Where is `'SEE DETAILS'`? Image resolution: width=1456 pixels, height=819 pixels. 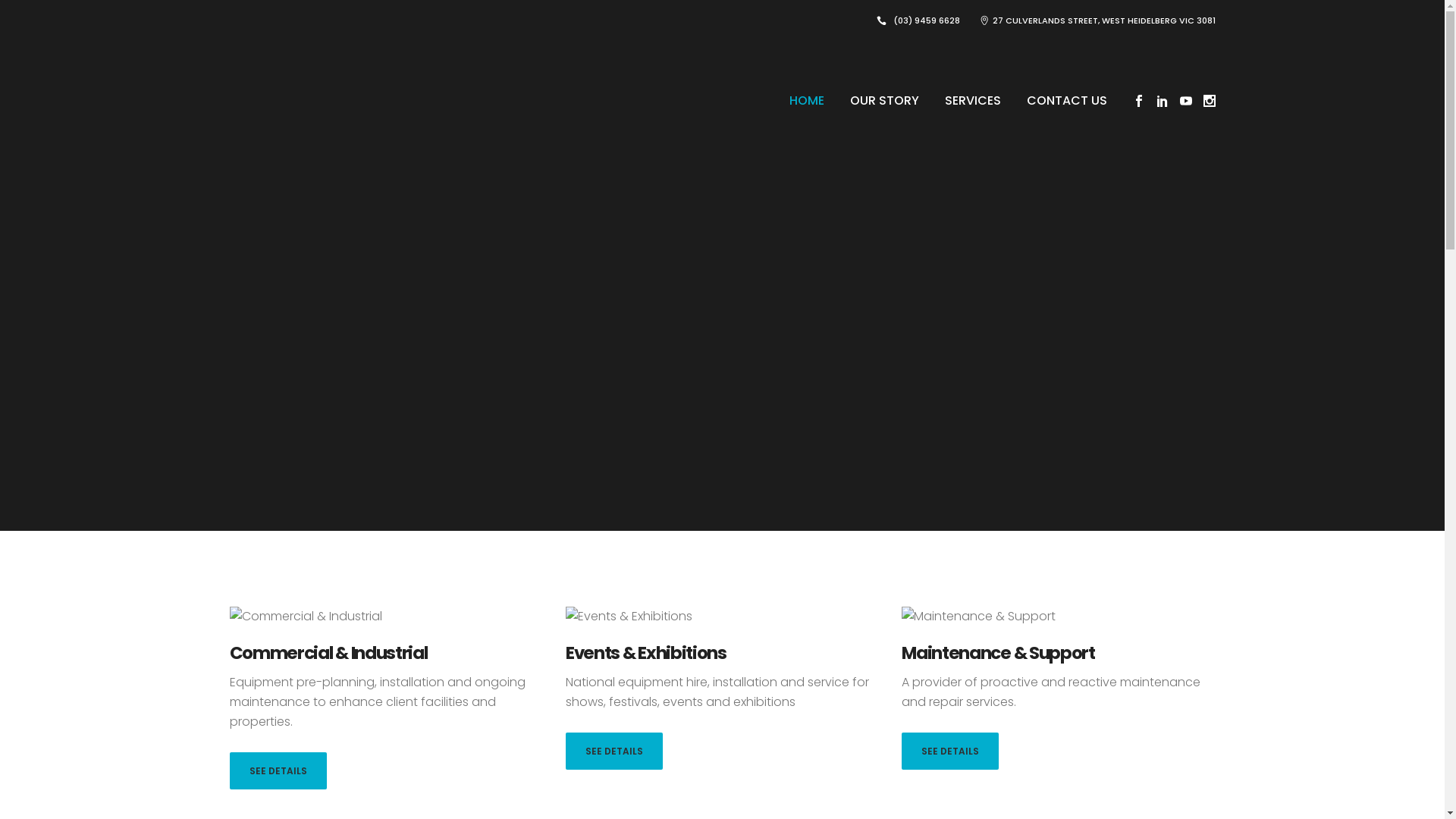 'SEE DETAILS' is located at coordinates (277, 770).